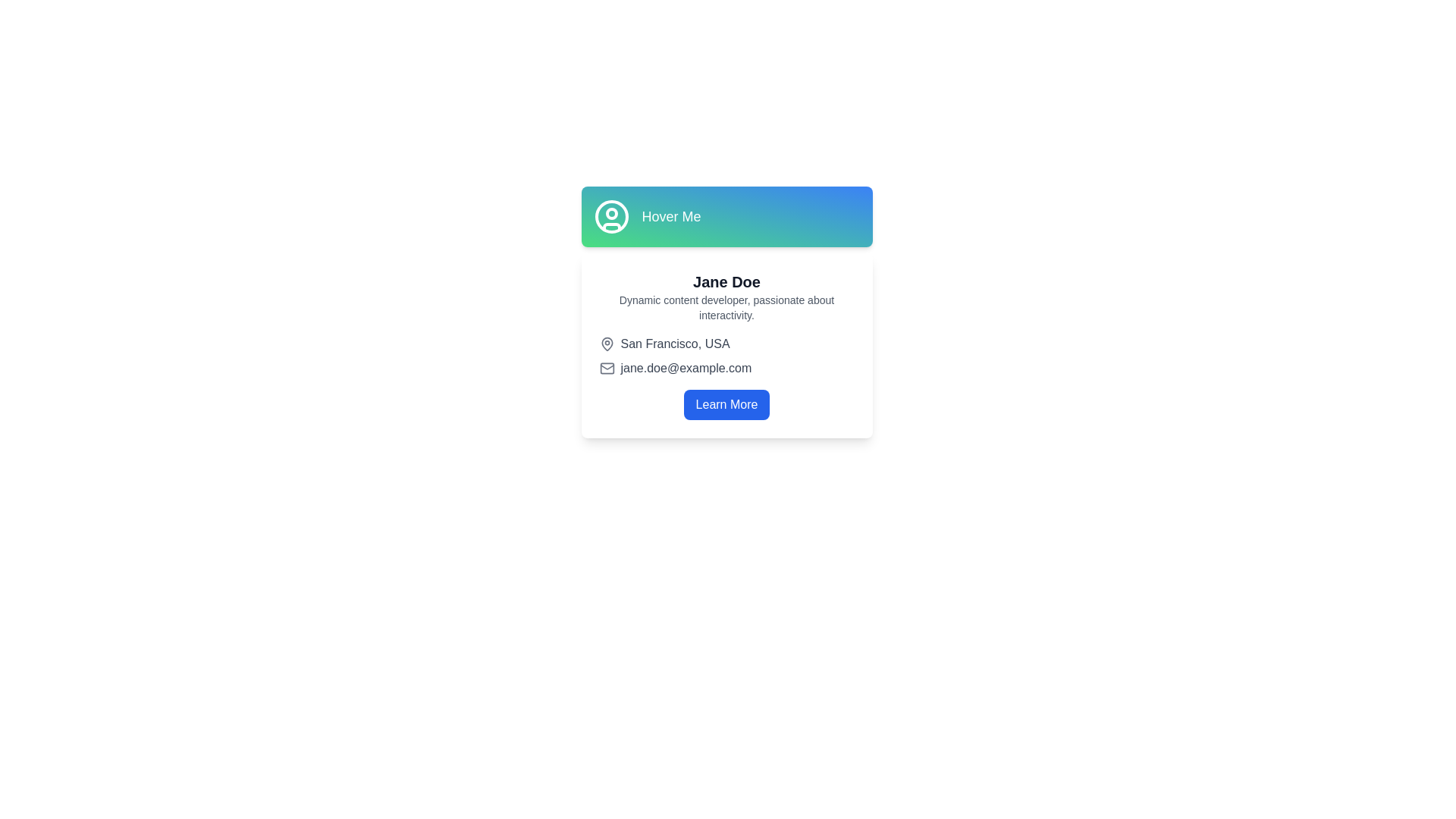 The height and width of the screenshot is (819, 1456). I want to click on the outer circle of the user avatar icon located in the left section of the header bar labeled 'Hover Me', so click(611, 216).